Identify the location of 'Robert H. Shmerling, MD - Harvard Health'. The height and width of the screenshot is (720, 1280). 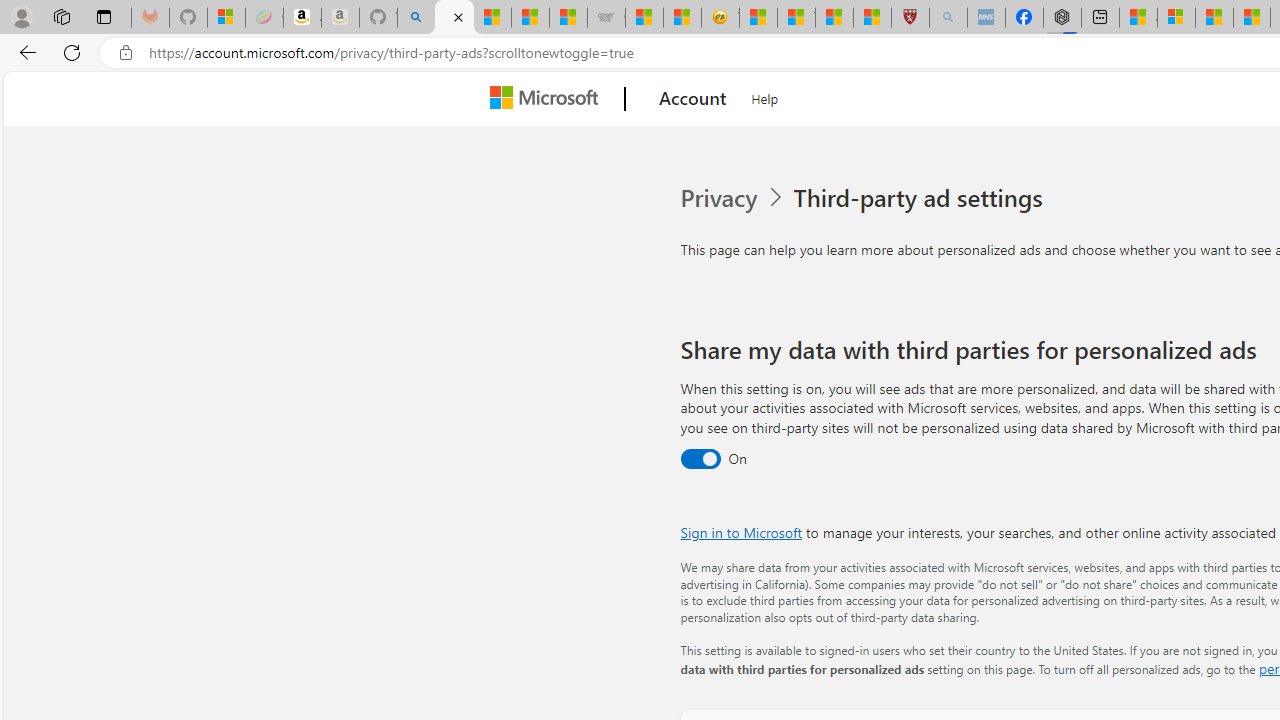
(909, 17).